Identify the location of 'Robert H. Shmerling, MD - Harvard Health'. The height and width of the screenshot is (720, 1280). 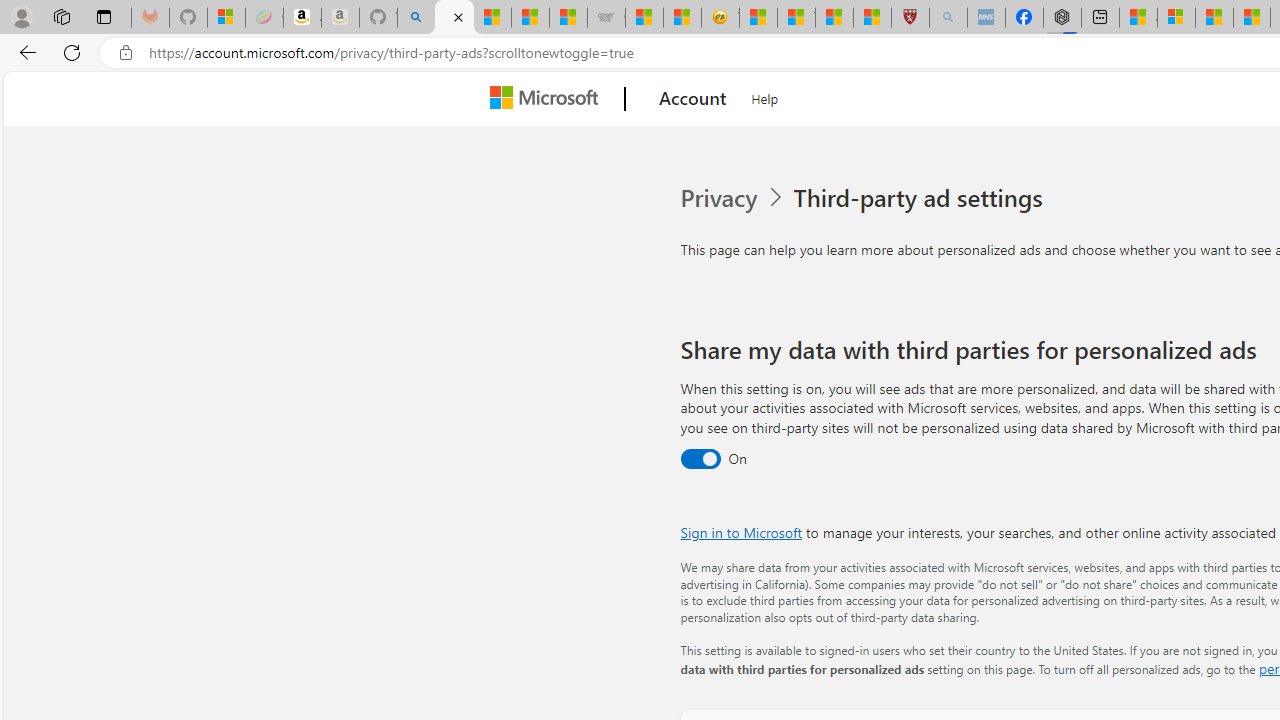
(909, 17).